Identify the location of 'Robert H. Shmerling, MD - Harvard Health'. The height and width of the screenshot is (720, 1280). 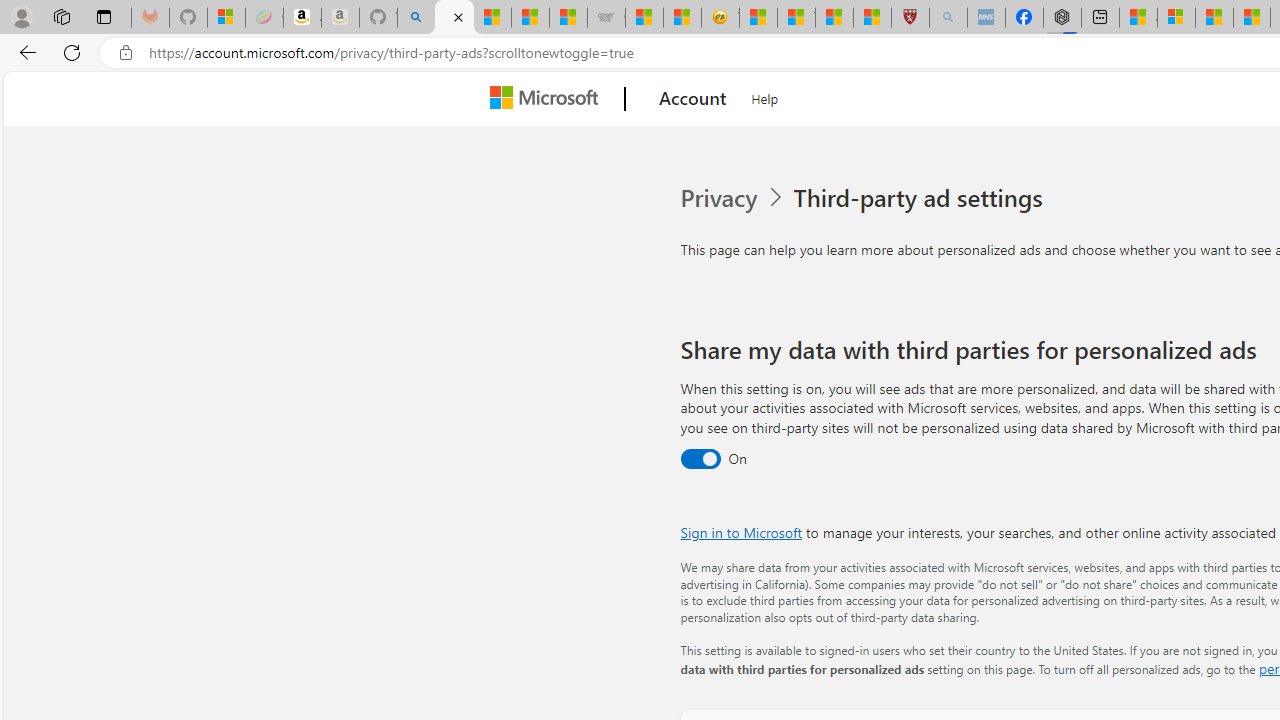
(909, 17).